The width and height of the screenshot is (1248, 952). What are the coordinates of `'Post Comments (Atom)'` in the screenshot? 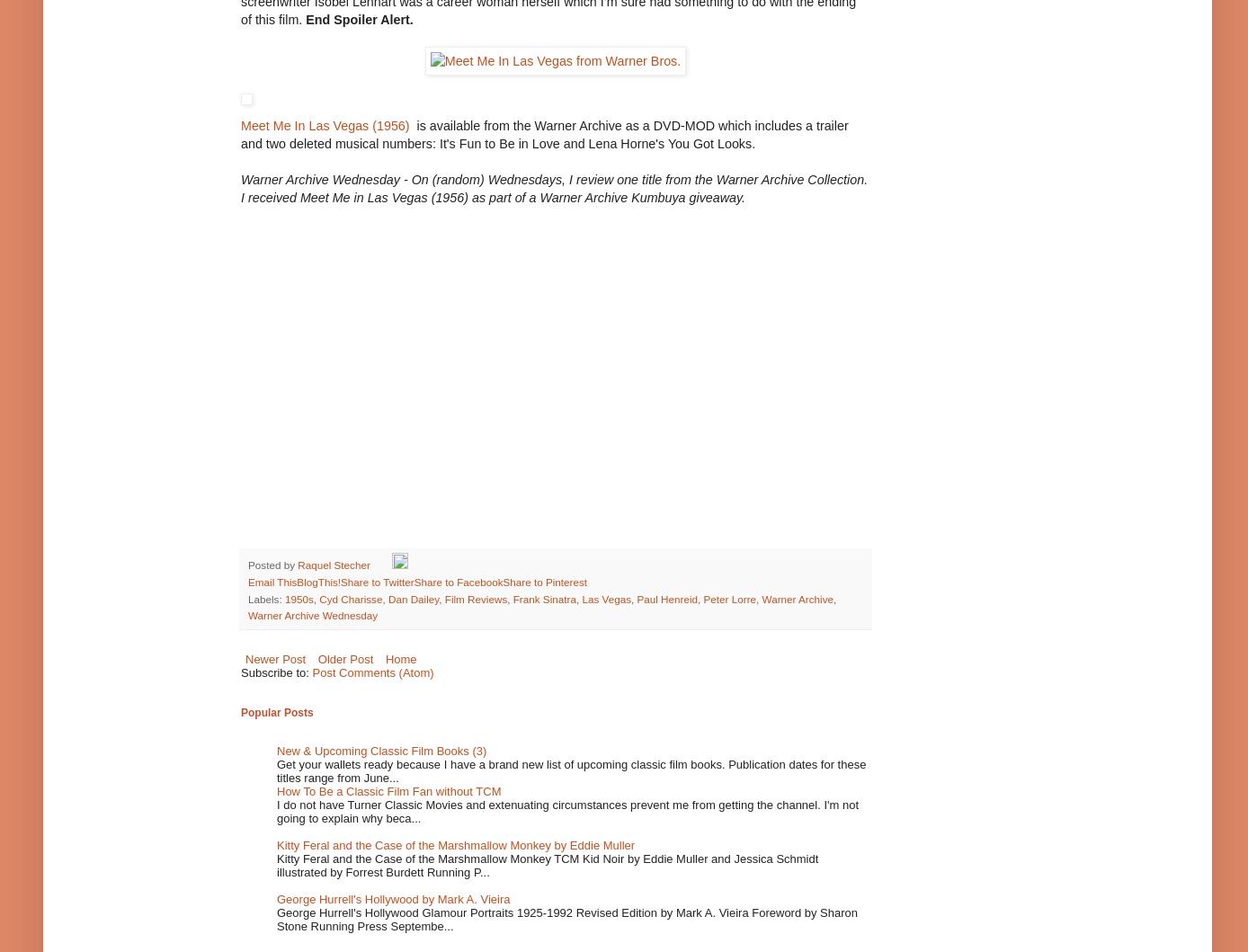 It's located at (371, 672).